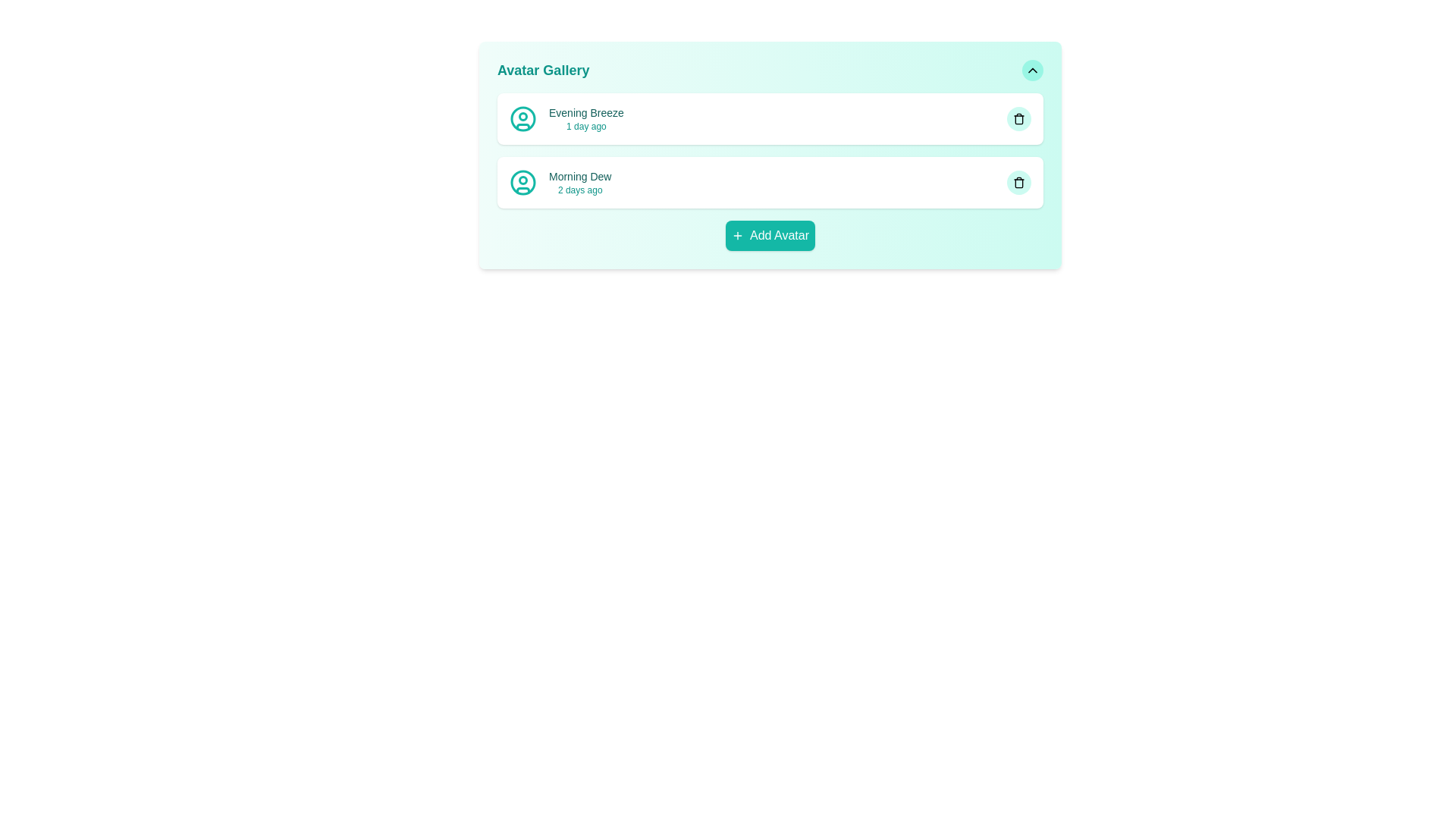 This screenshot has height=819, width=1456. What do you see at coordinates (1019, 181) in the screenshot?
I see `the small circular teal button with a trash icon located to the right of the 'Morning Dew' entry` at bounding box center [1019, 181].